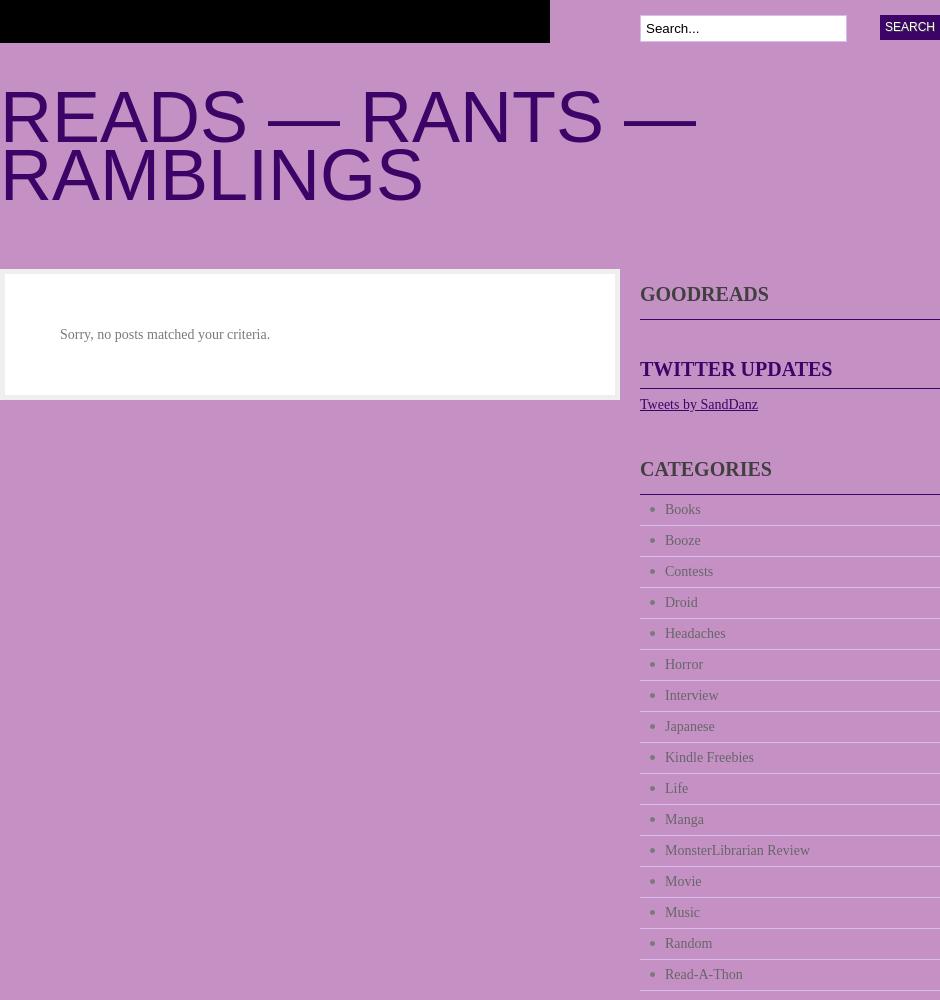 The height and width of the screenshot is (1000, 940). I want to click on 'Categories', so click(705, 468).